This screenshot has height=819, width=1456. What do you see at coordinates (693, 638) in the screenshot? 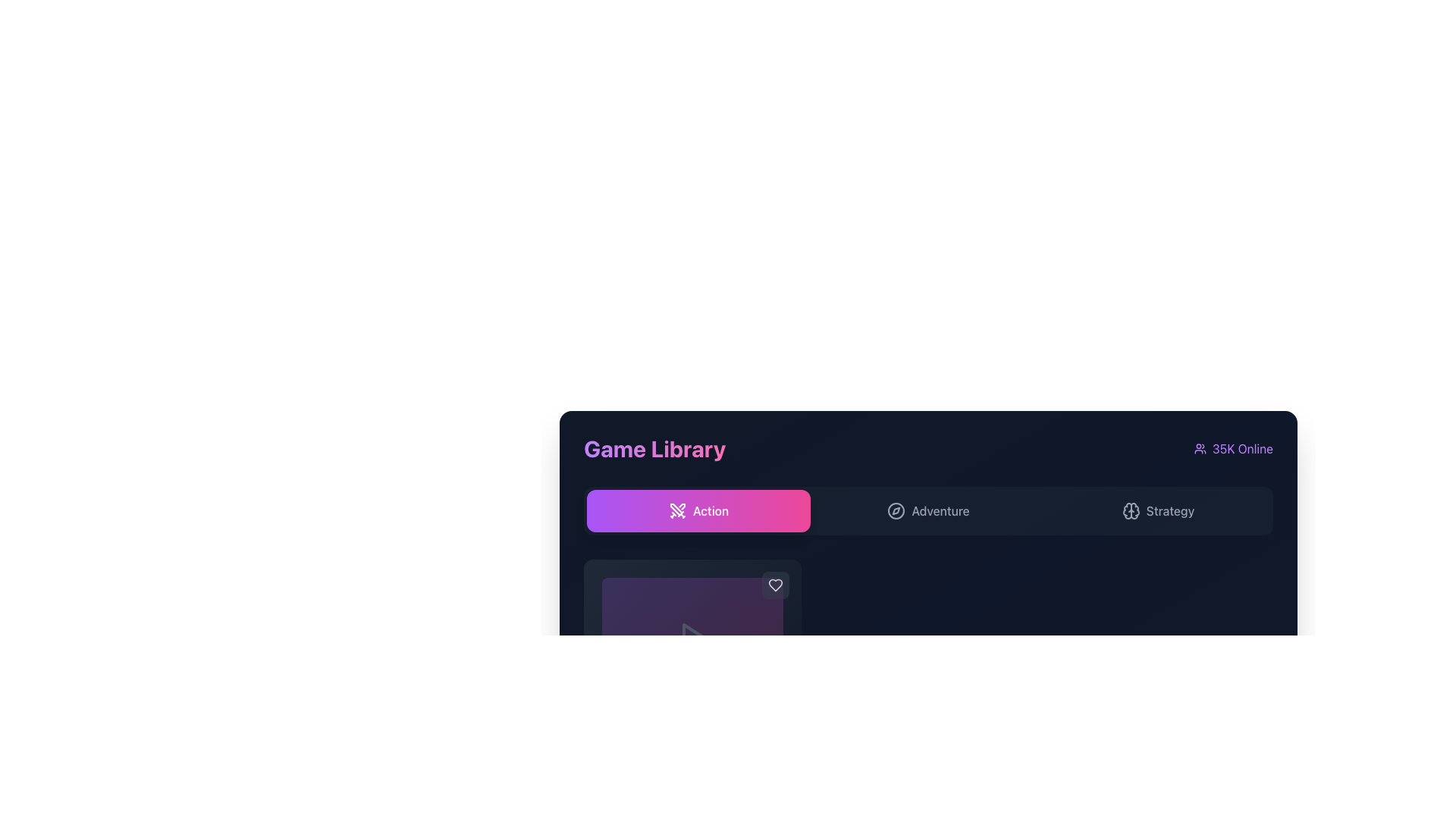
I see `the small triangular play icon located within the 'Action' category button, positioned near the center of the button area` at bounding box center [693, 638].